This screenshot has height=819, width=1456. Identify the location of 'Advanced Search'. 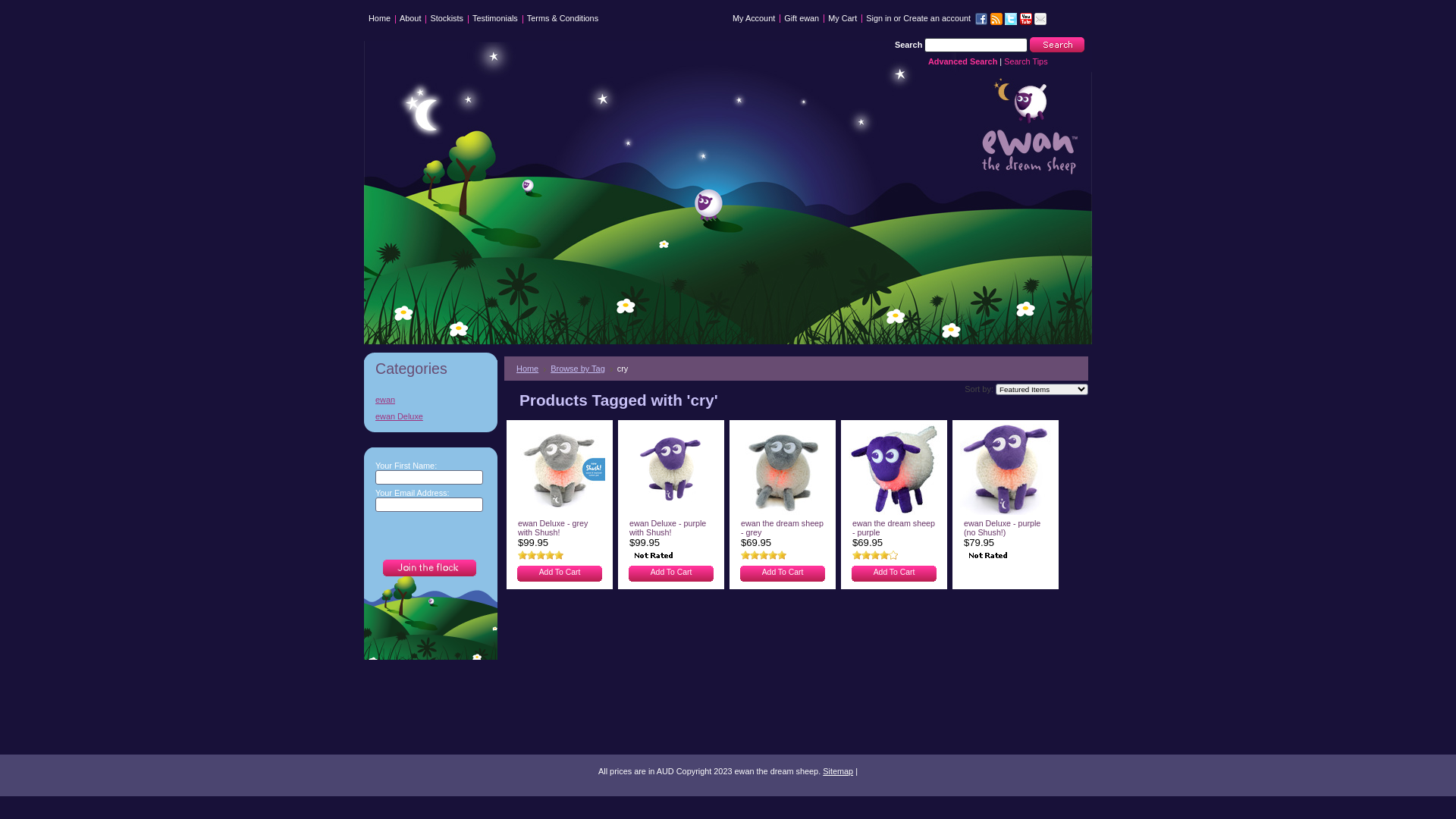
(962, 61).